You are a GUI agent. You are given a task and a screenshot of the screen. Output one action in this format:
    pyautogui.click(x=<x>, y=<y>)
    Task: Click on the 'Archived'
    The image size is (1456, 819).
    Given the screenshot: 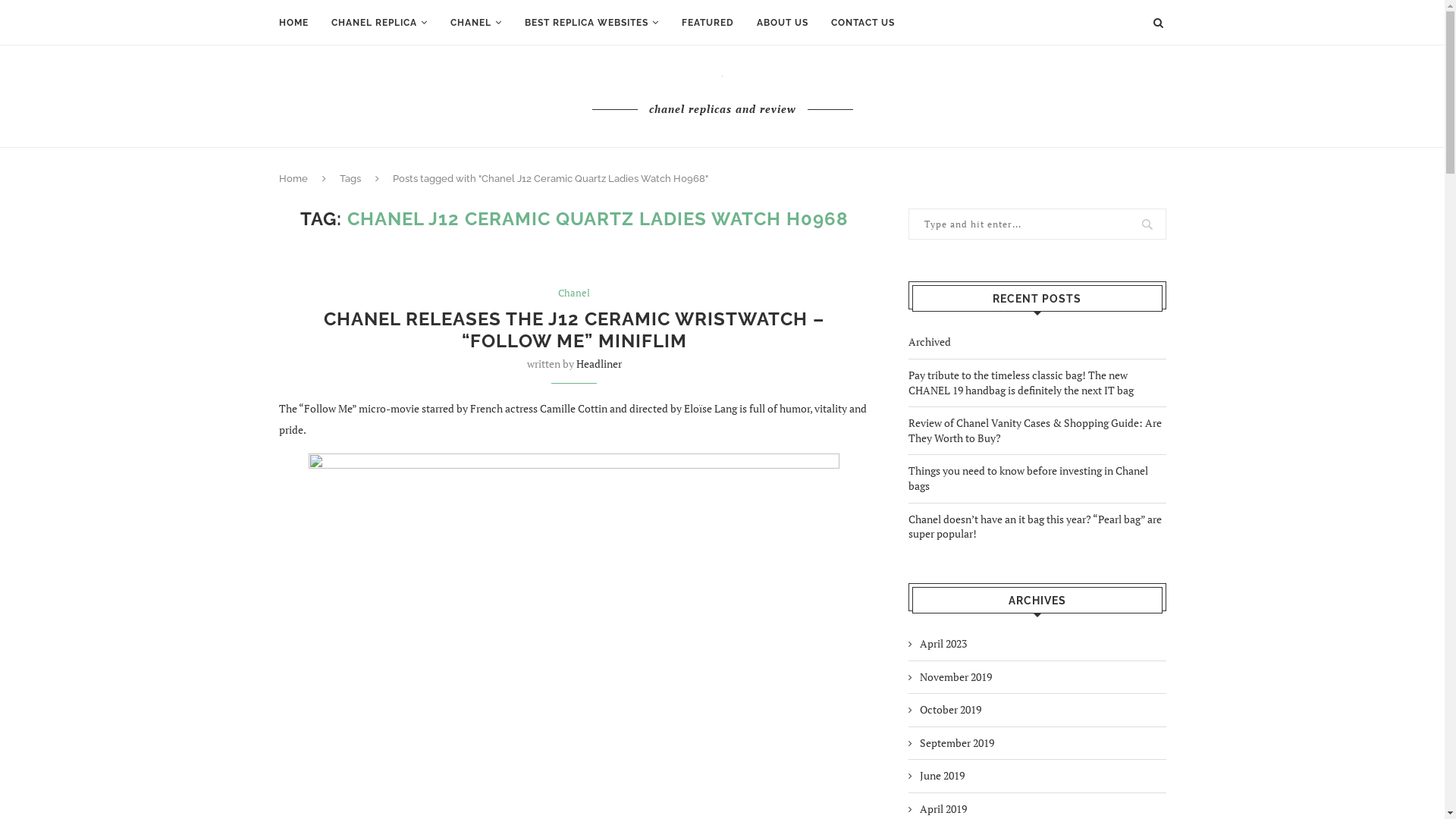 What is the action you would take?
    pyautogui.click(x=928, y=341)
    